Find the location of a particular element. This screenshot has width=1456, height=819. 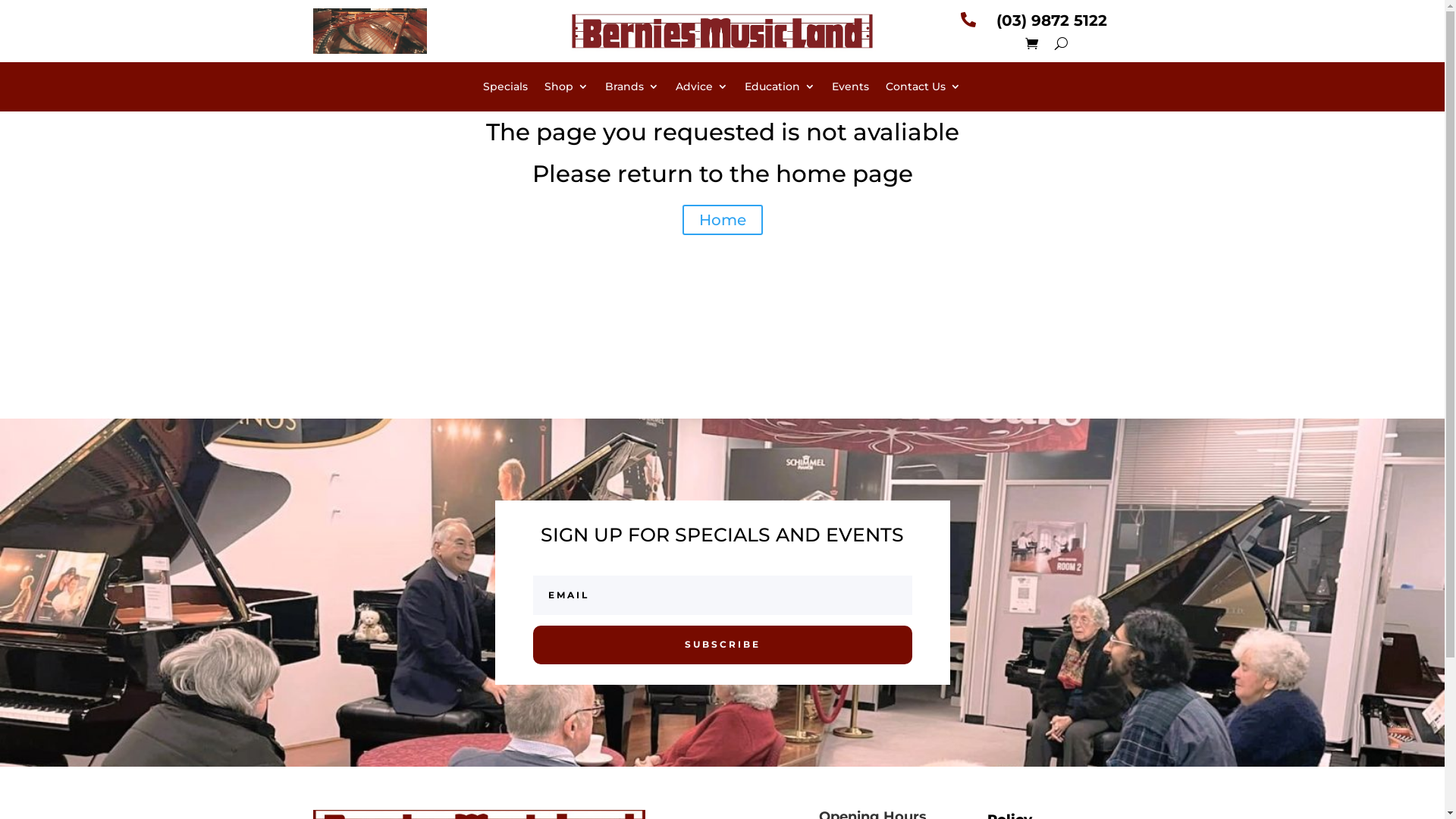

'Brands' is located at coordinates (632, 89).